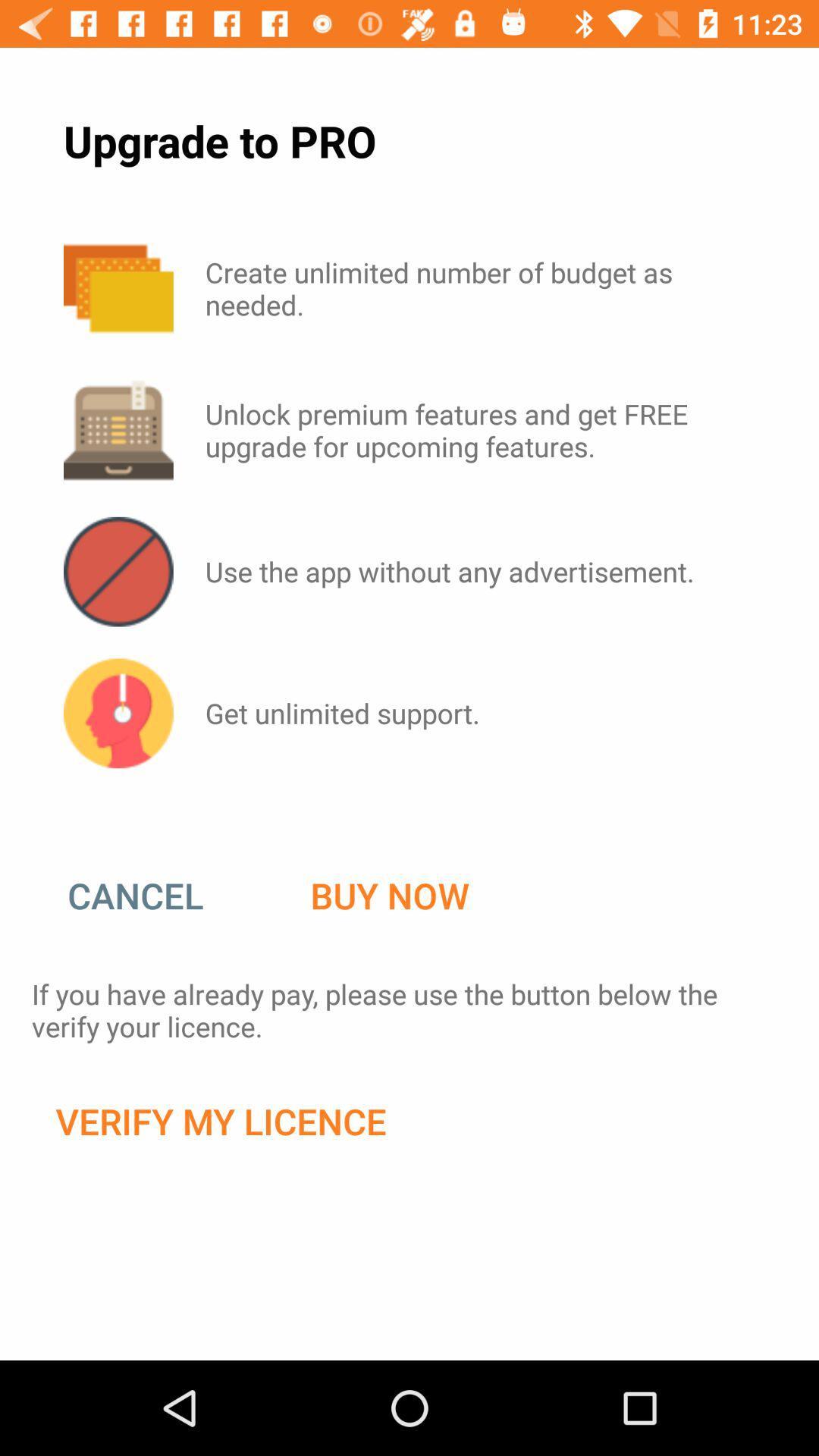  Describe the element at coordinates (151, 896) in the screenshot. I see `cancel` at that location.